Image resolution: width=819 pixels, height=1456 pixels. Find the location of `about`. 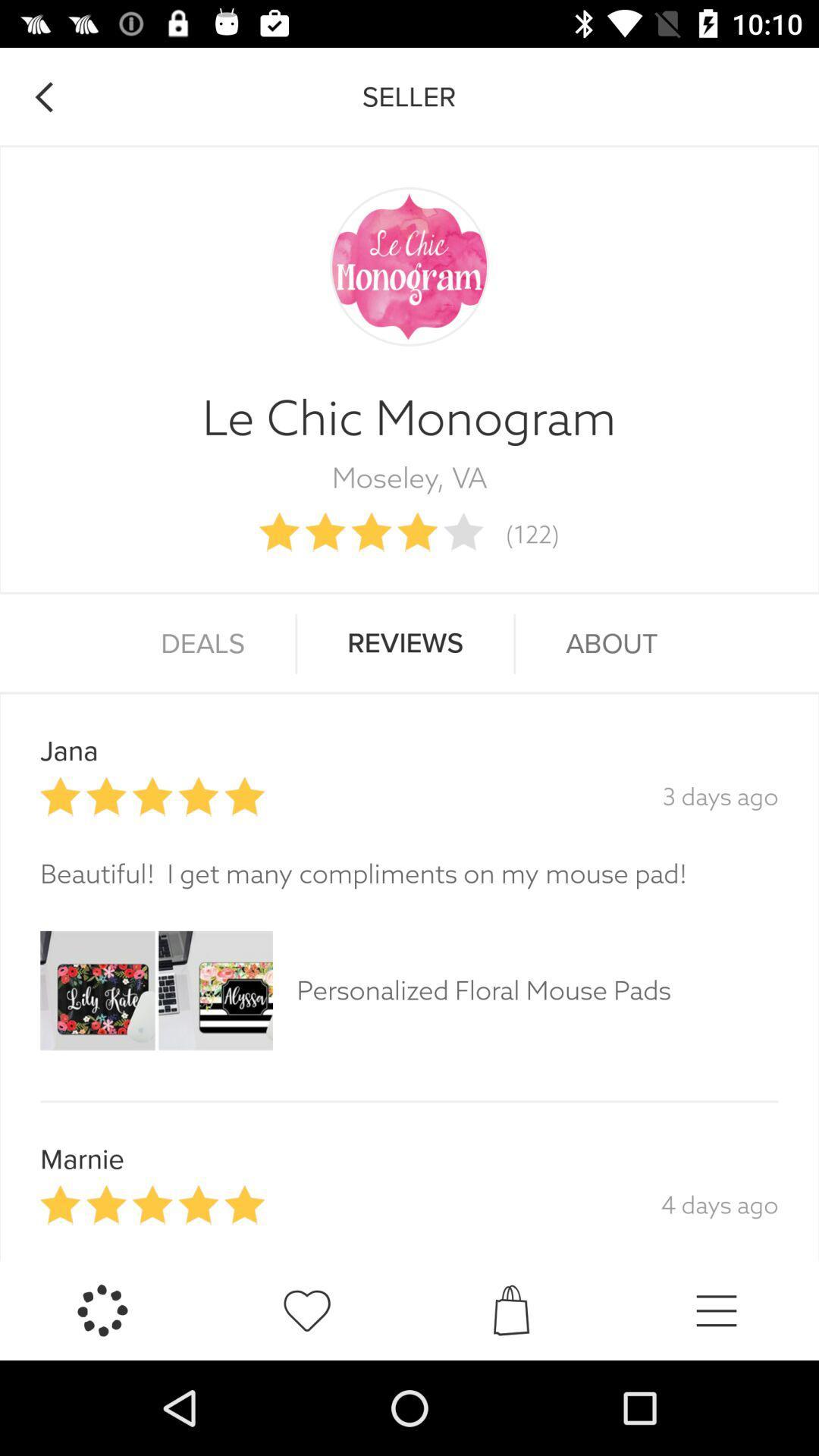

about is located at coordinates (610, 644).